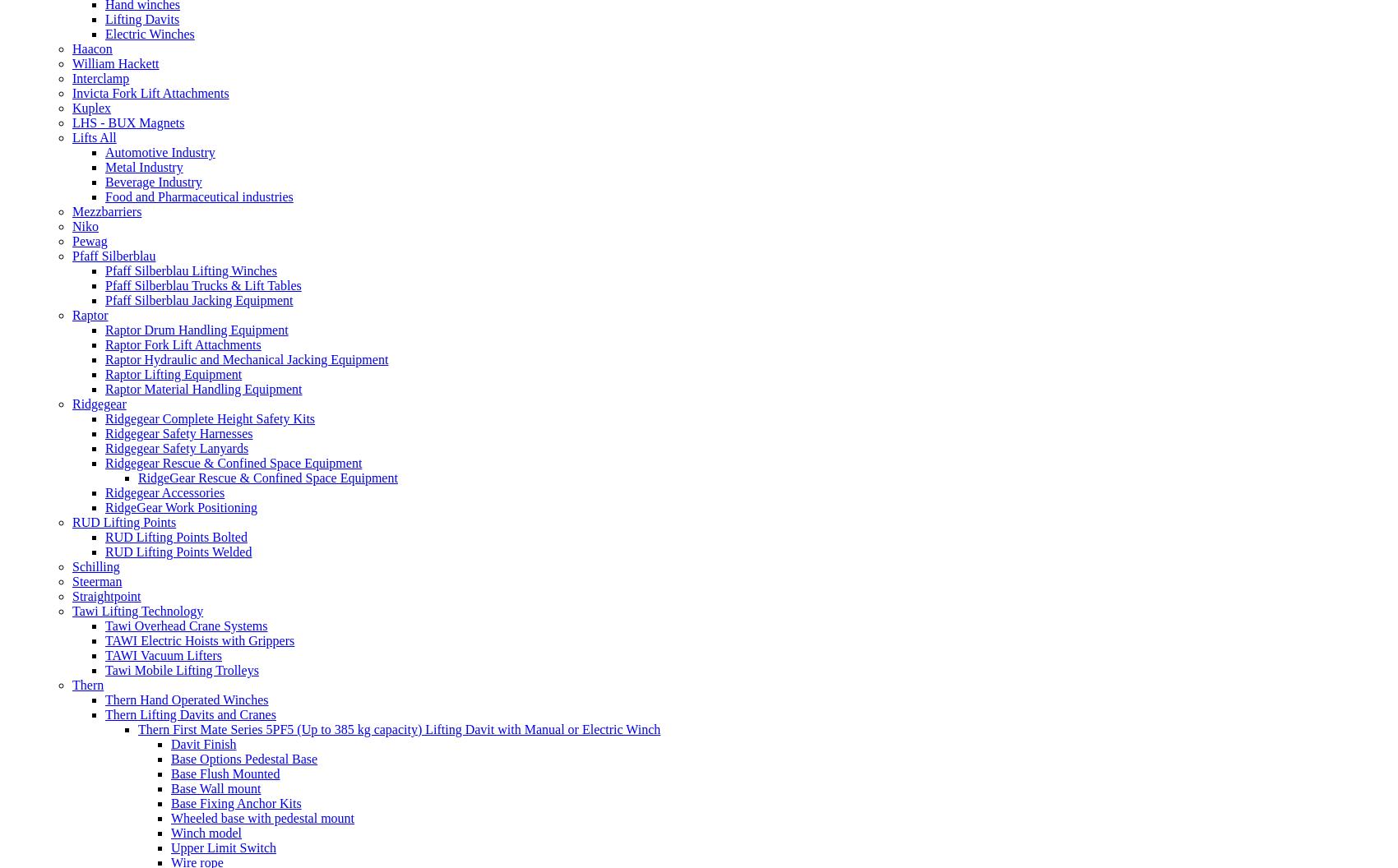 The height and width of the screenshot is (868, 1398). I want to click on 'Thern First Mate Series 5PF5 (Up to 385 kg capacity) Lifting Davit with Manual or Electric Winch', so click(137, 727).